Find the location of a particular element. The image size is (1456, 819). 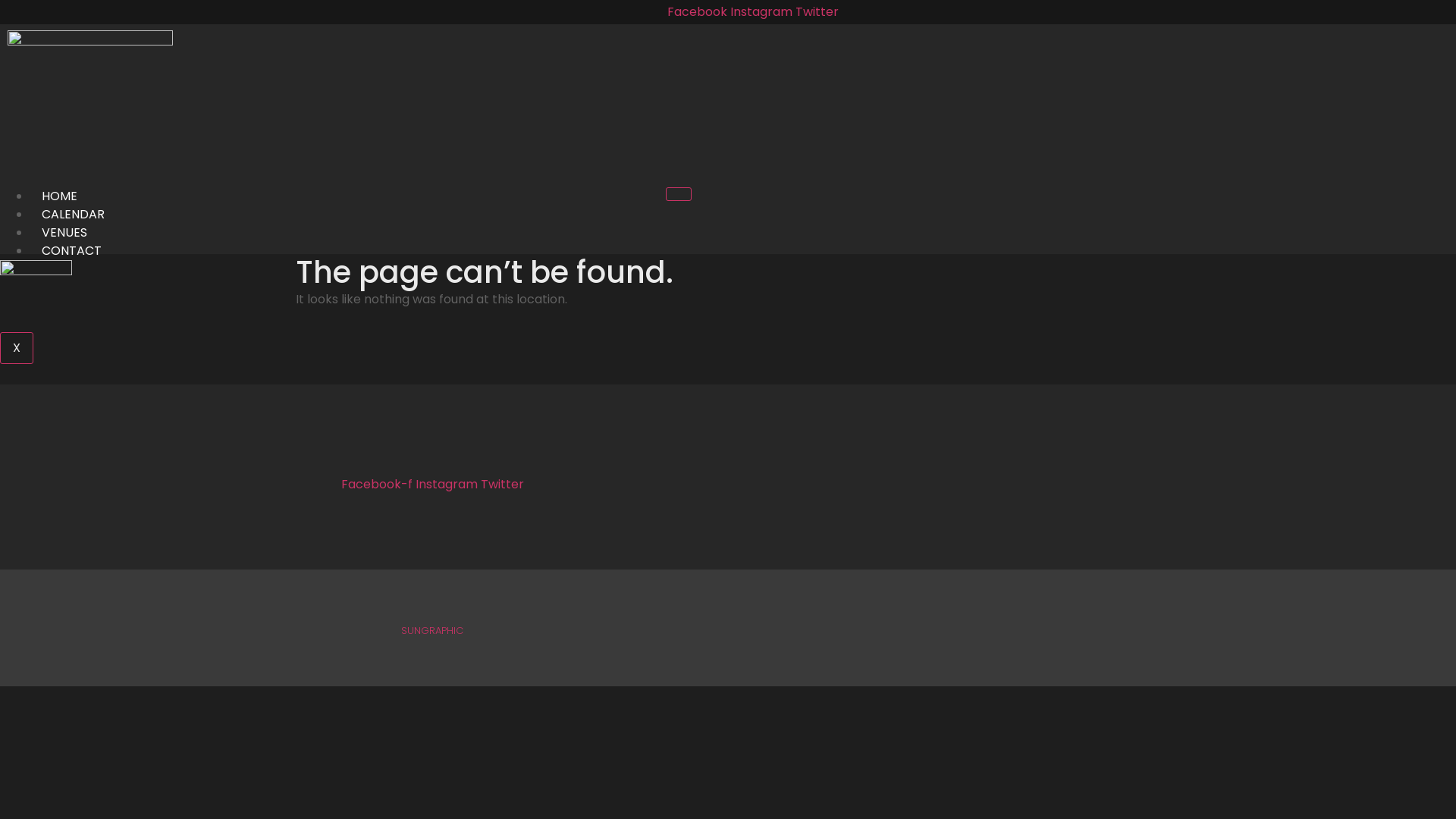

'Facebook-f' is located at coordinates (378, 484).